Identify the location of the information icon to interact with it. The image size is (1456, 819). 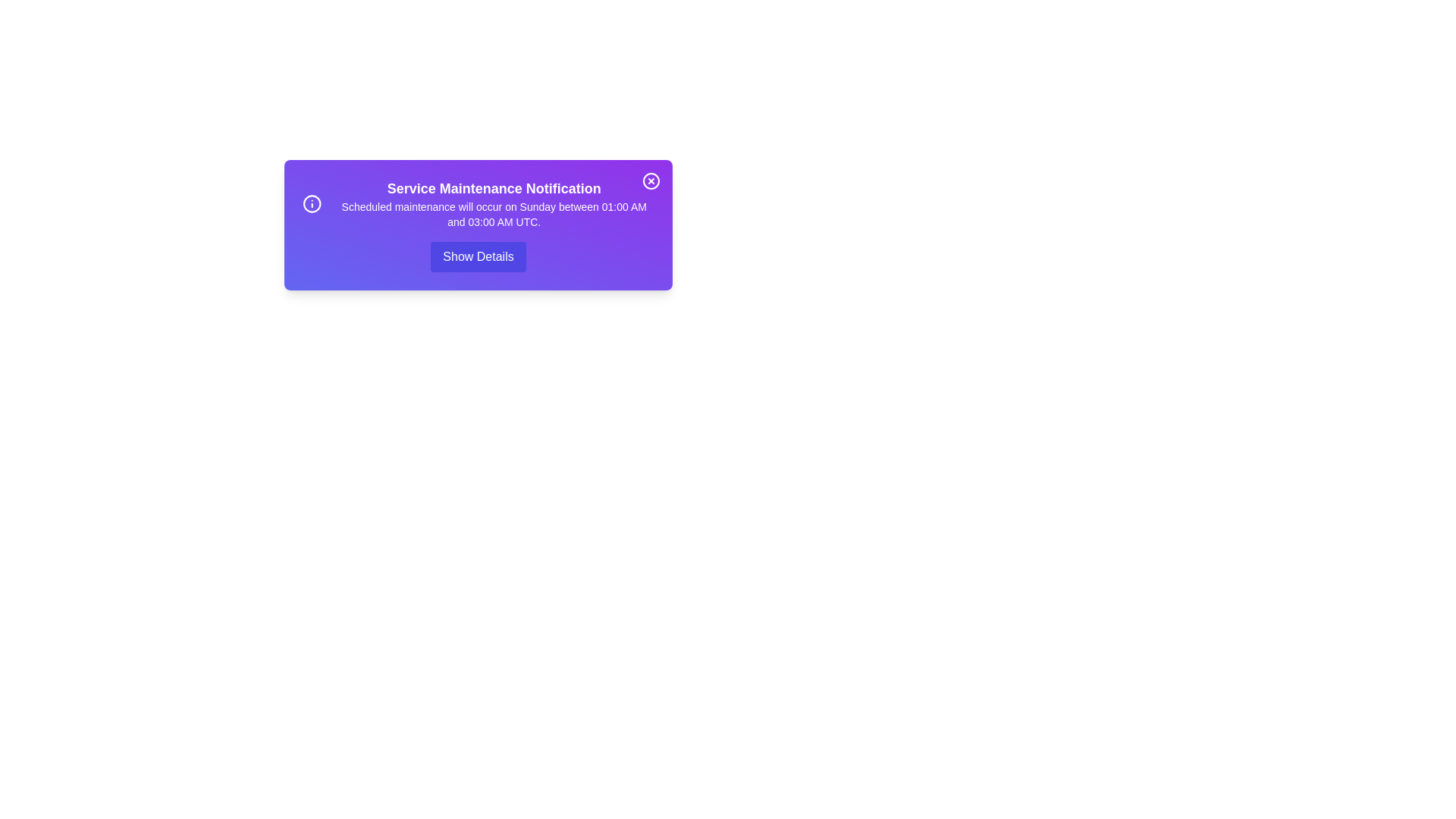
(311, 203).